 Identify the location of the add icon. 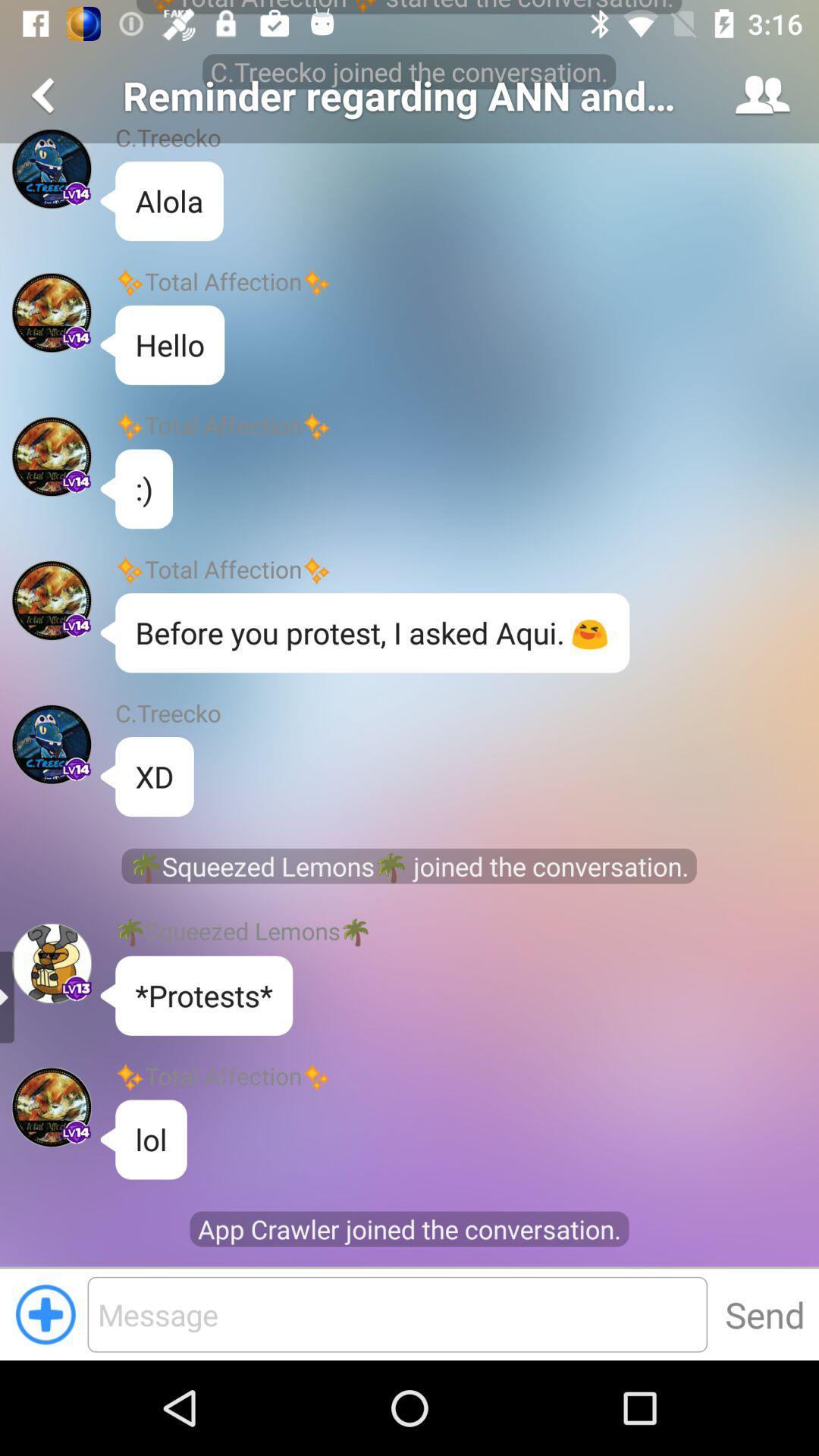
(45, 1313).